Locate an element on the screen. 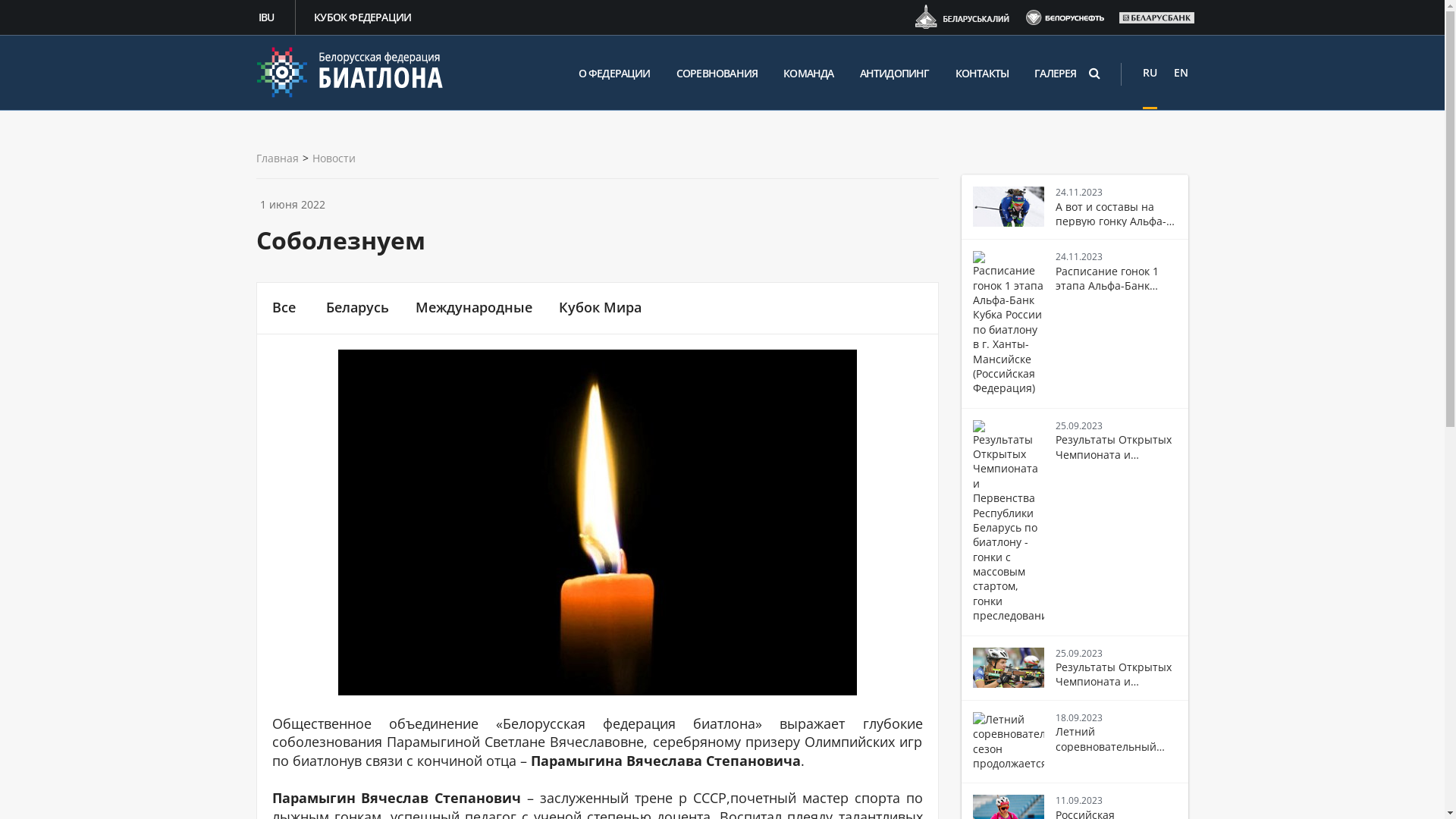 This screenshot has height=819, width=1456. 'RU' is located at coordinates (1150, 72).